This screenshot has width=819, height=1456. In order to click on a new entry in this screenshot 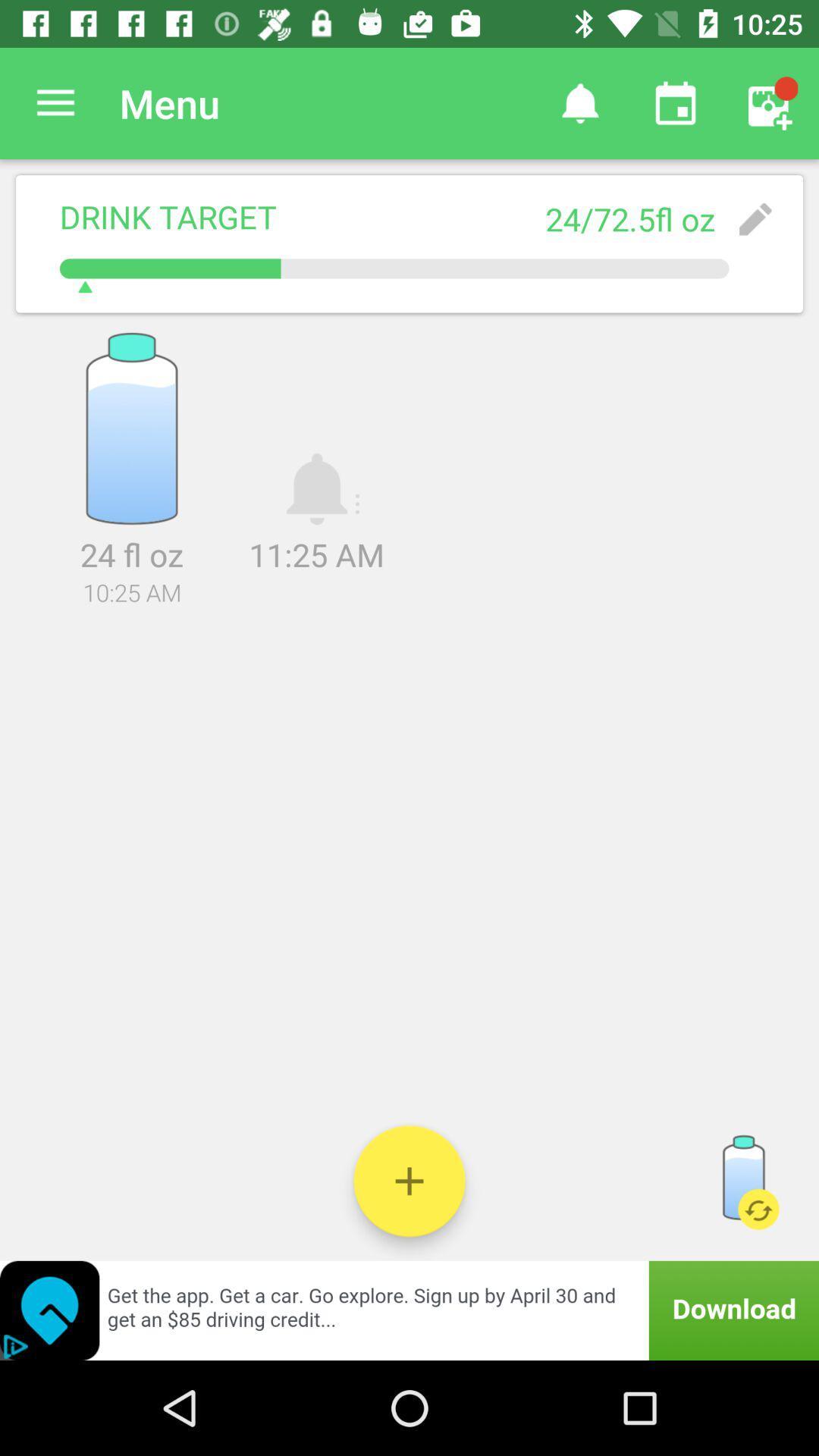, I will do `click(409, 1180)`.